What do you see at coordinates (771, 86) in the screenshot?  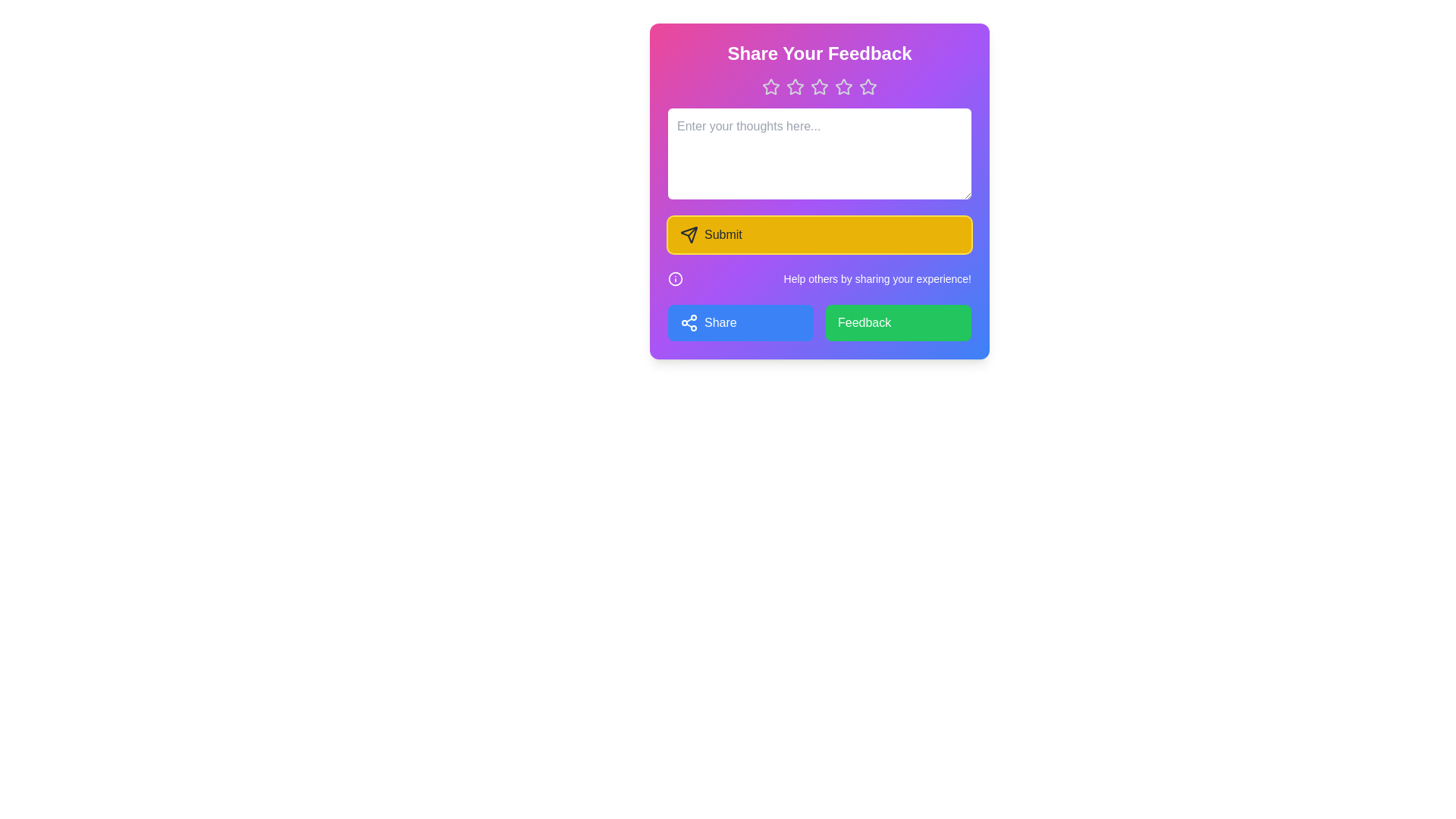 I see `the first star icon` at bounding box center [771, 86].